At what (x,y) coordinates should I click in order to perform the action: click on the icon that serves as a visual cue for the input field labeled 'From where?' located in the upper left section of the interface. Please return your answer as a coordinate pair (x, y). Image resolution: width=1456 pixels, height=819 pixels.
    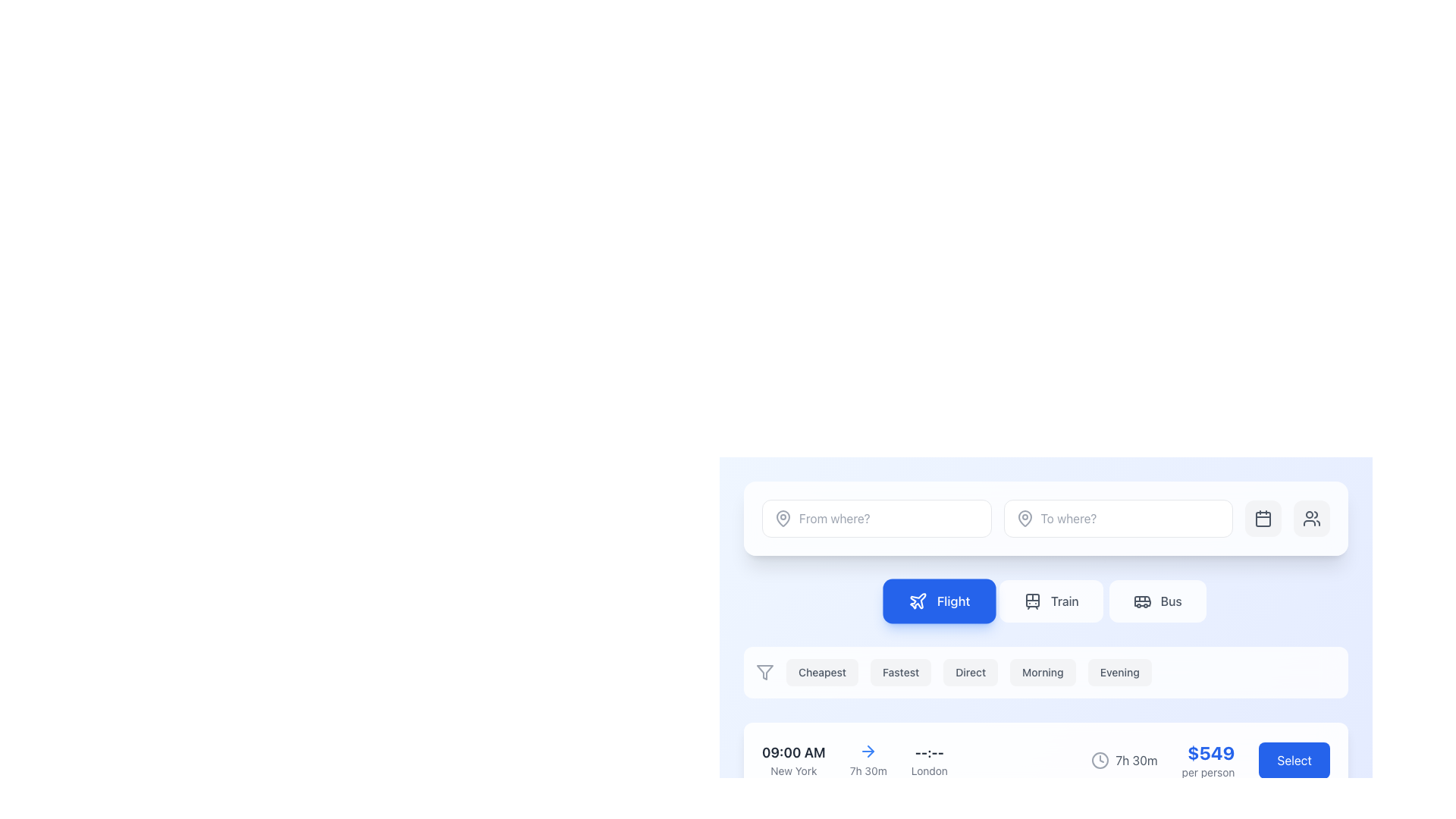
    Looking at the image, I should click on (783, 516).